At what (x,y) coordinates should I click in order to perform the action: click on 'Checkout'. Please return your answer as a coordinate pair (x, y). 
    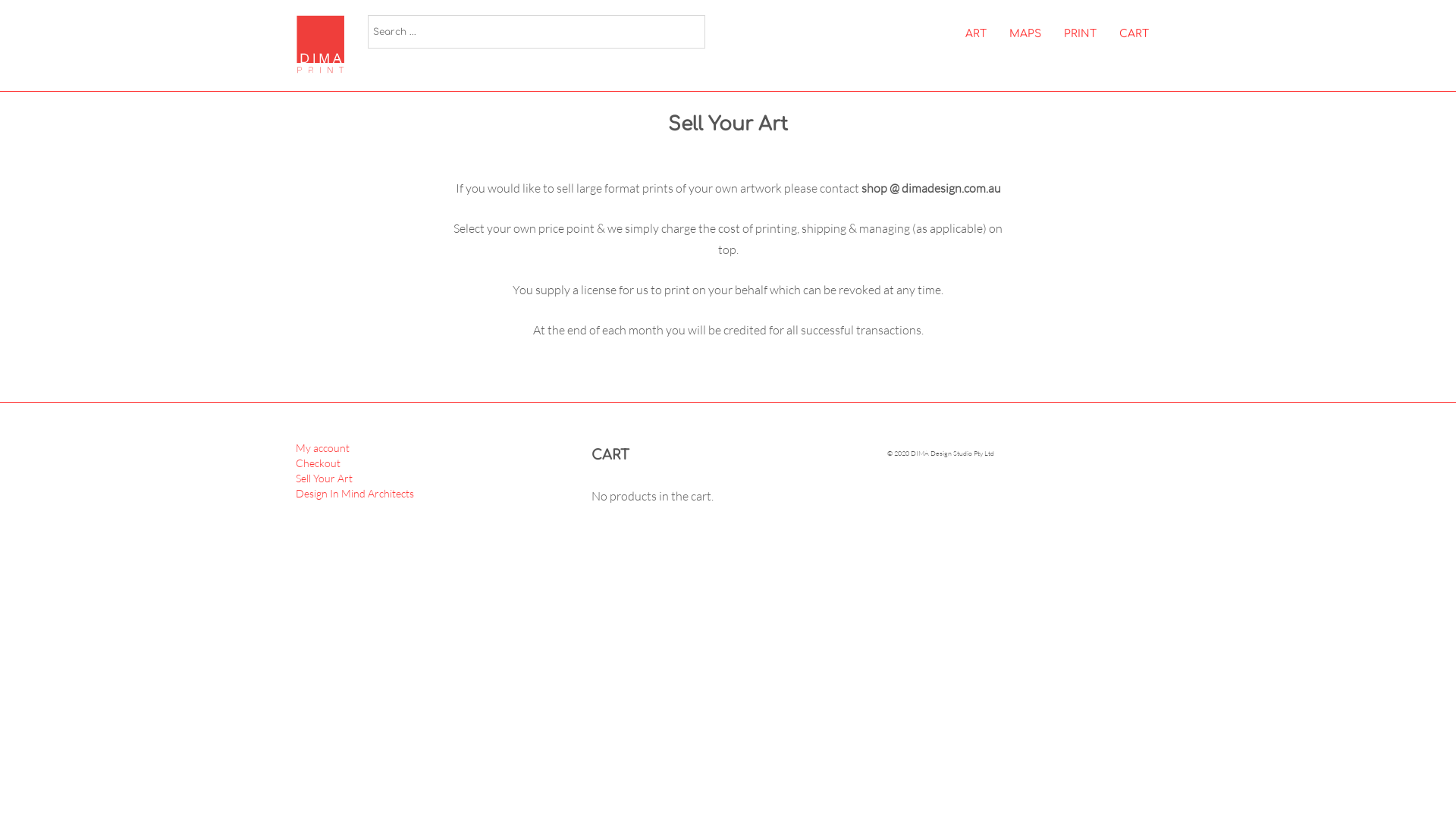
    Looking at the image, I should click on (317, 462).